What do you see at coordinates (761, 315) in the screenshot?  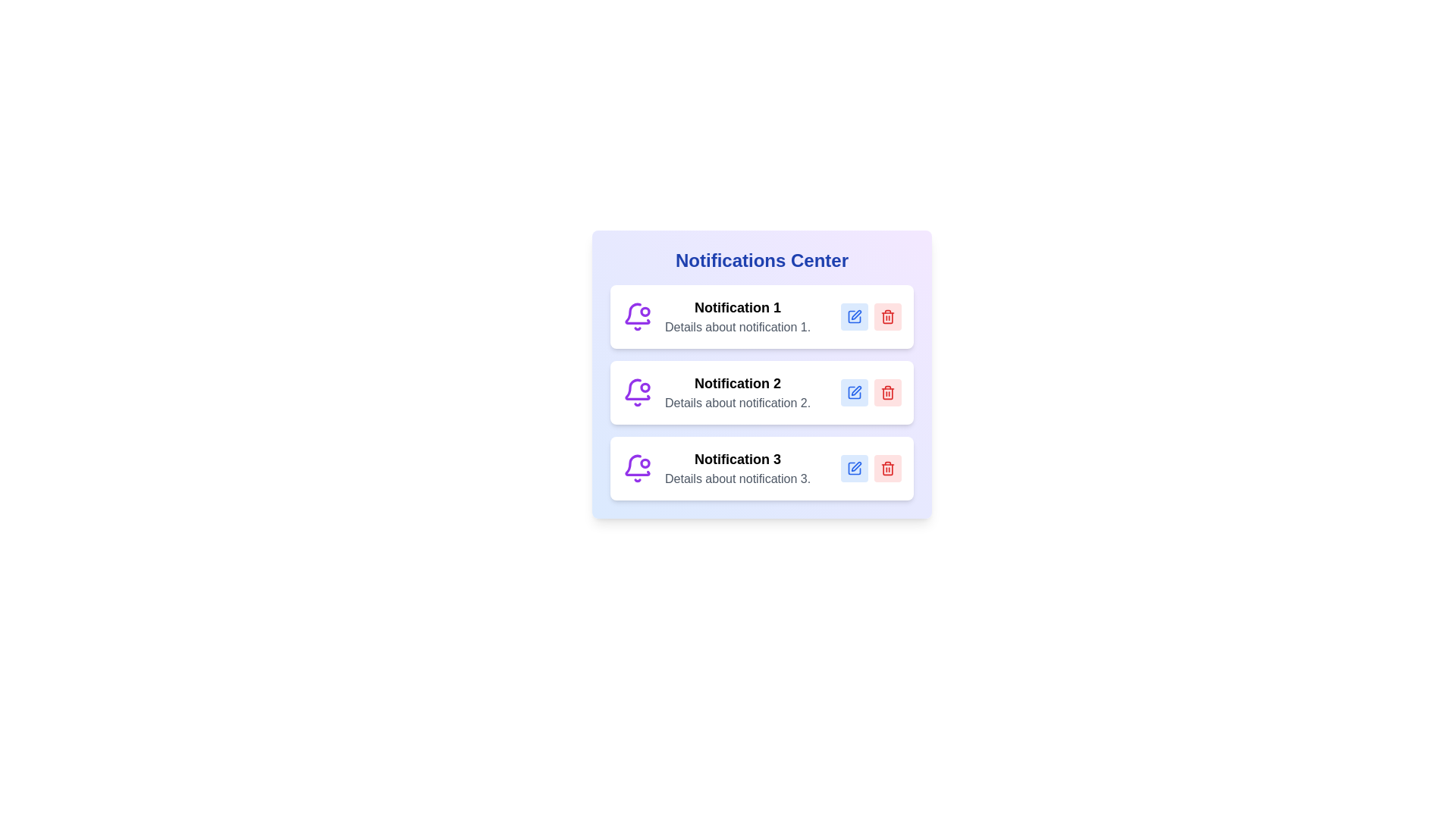 I see `the Notification card displaying 'Notification 1', which is the first item in the vertical list of notifications in the notification center` at bounding box center [761, 315].